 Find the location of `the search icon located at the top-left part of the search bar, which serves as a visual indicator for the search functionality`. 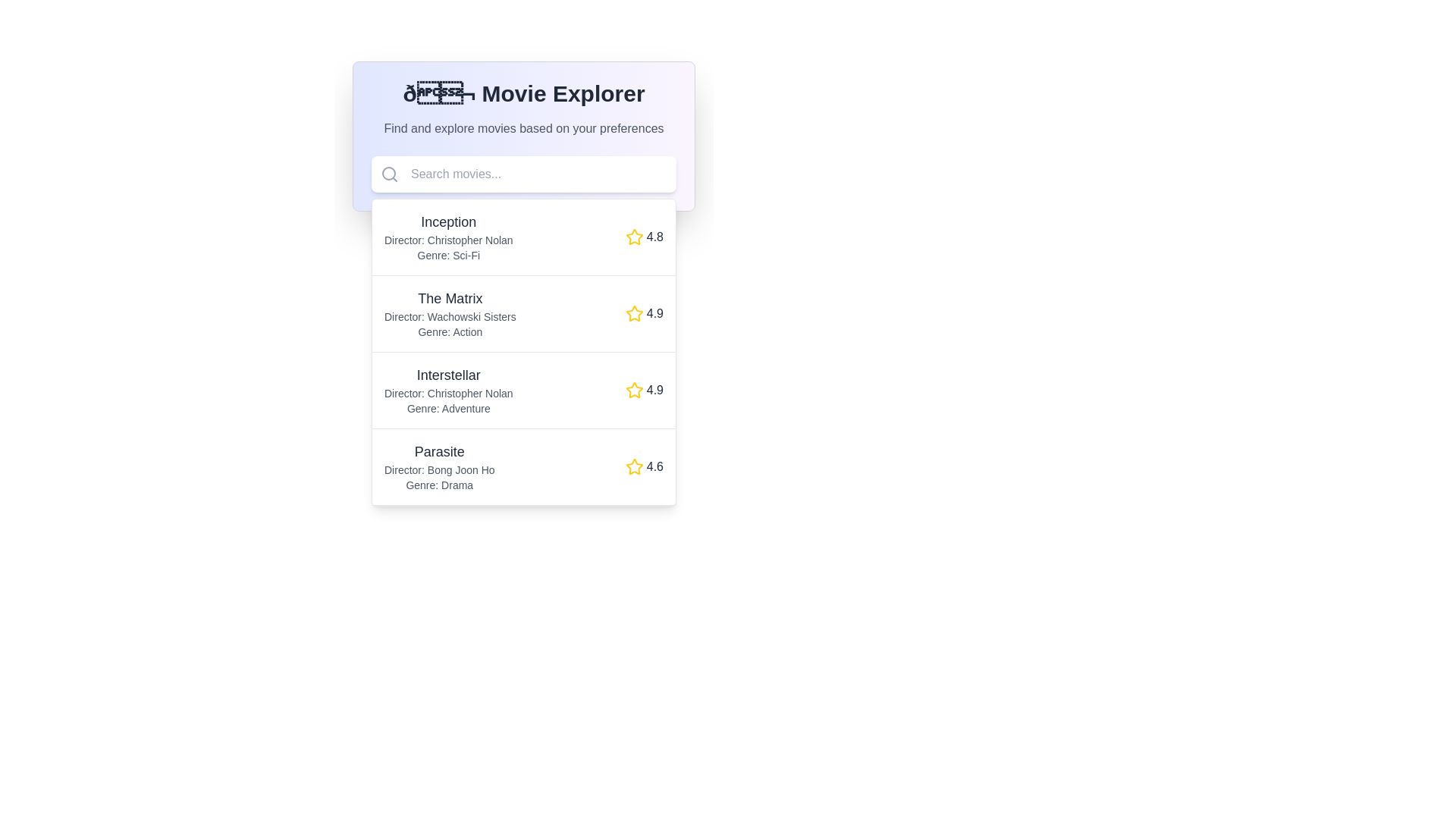

the search icon located at the top-left part of the search bar, which serves as a visual indicator for the search functionality is located at coordinates (389, 174).